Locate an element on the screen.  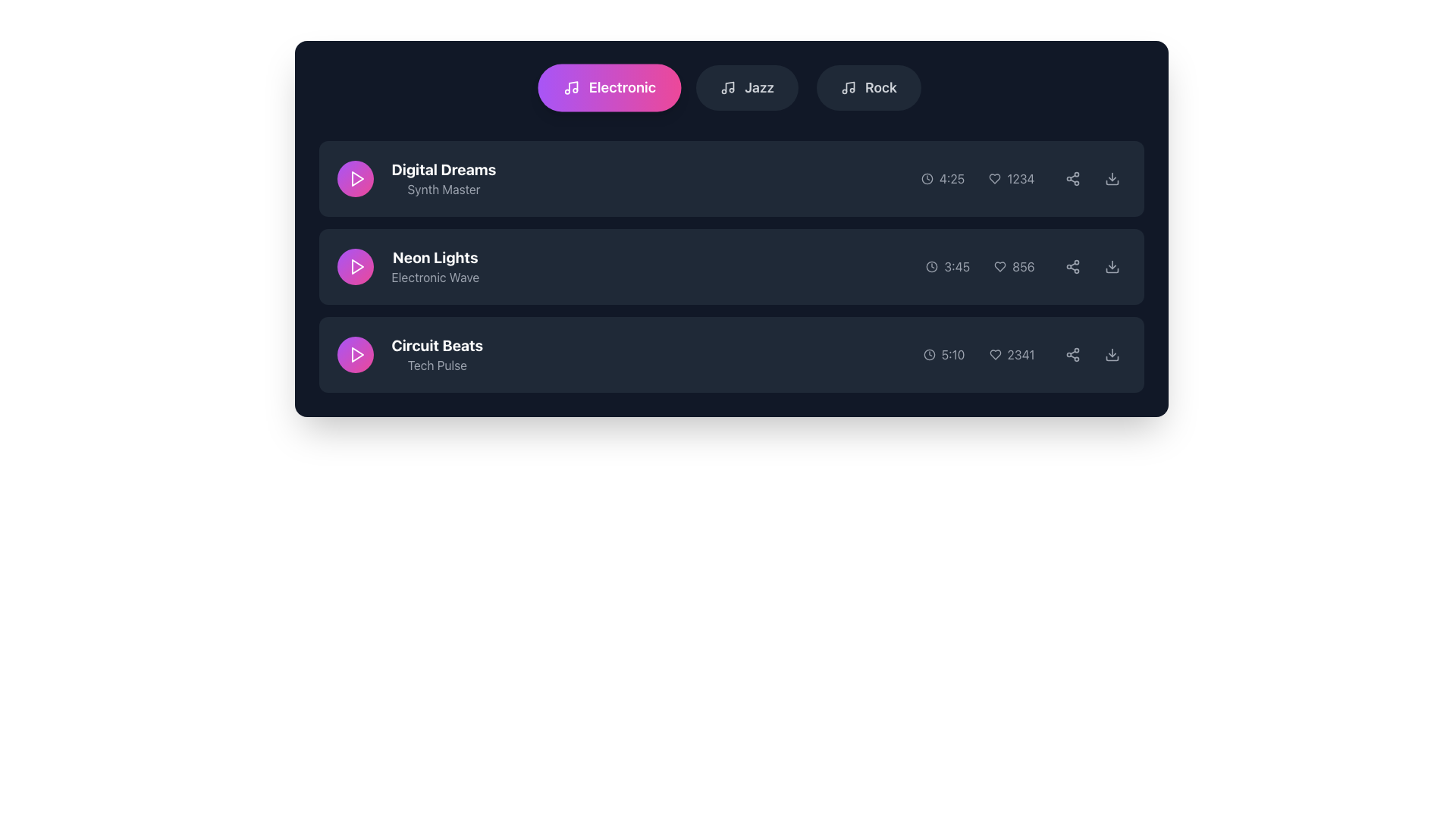
the heart-shaped icon in the third row is located at coordinates (995, 354).